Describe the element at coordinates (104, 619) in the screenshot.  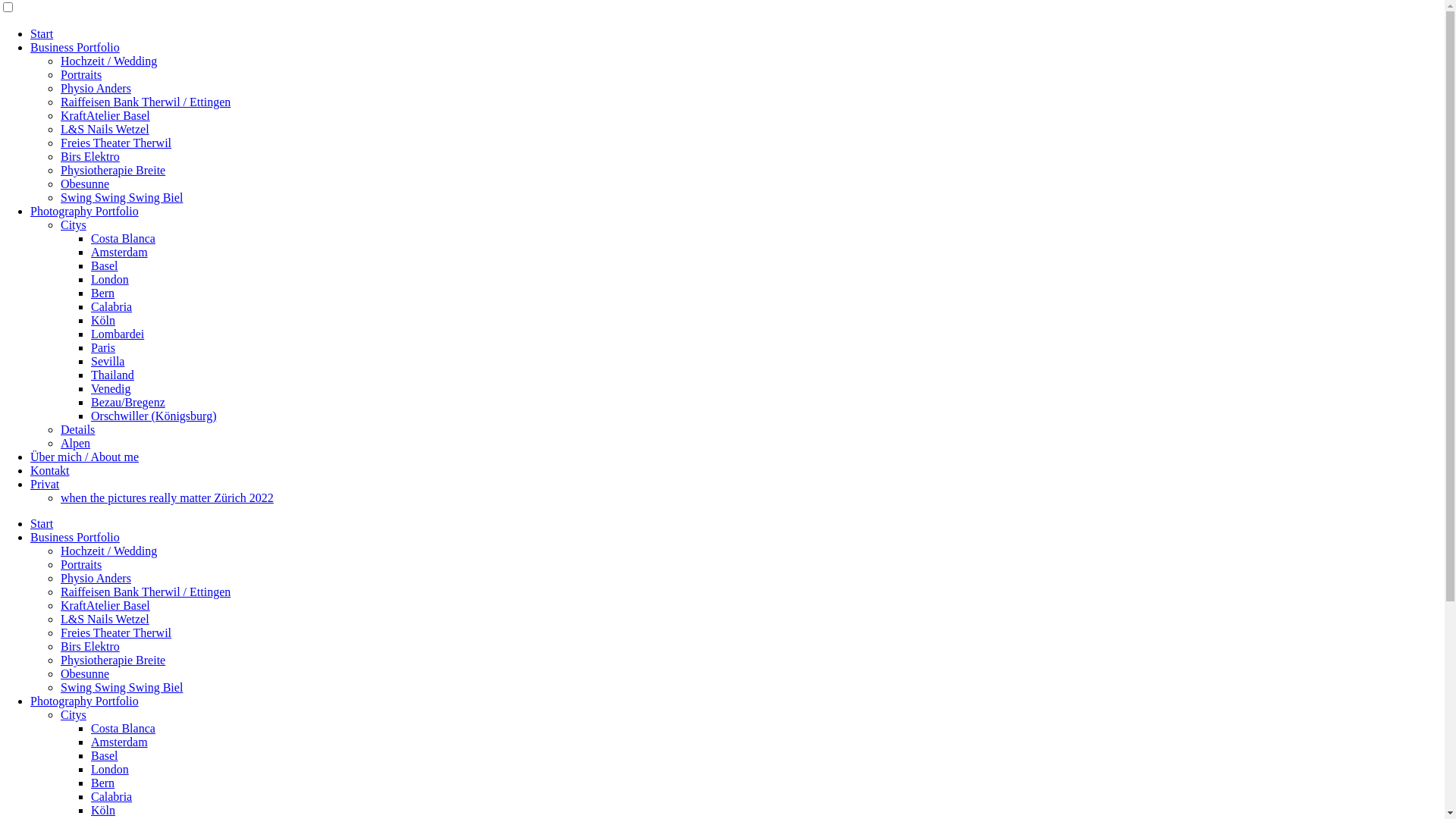
I see `'L&S Nails Wetzel'` at that location.